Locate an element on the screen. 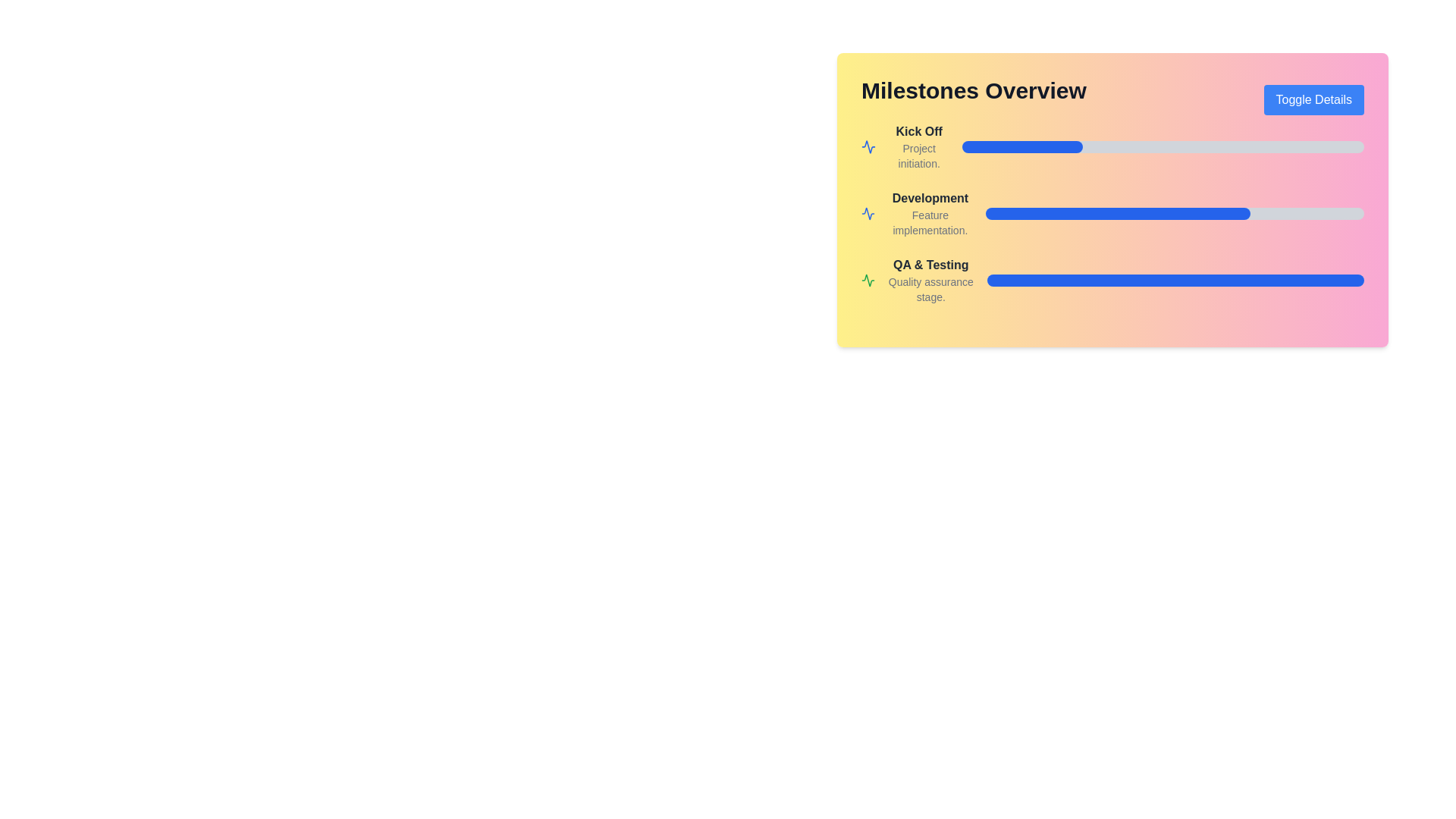 The image size is (1456, 819). the progress value of the third progress bar in the 'Milestones Overview' section, located below 'QA & Testing' and 'Quality assurance stage.' is located at coordinates (1175, 281).